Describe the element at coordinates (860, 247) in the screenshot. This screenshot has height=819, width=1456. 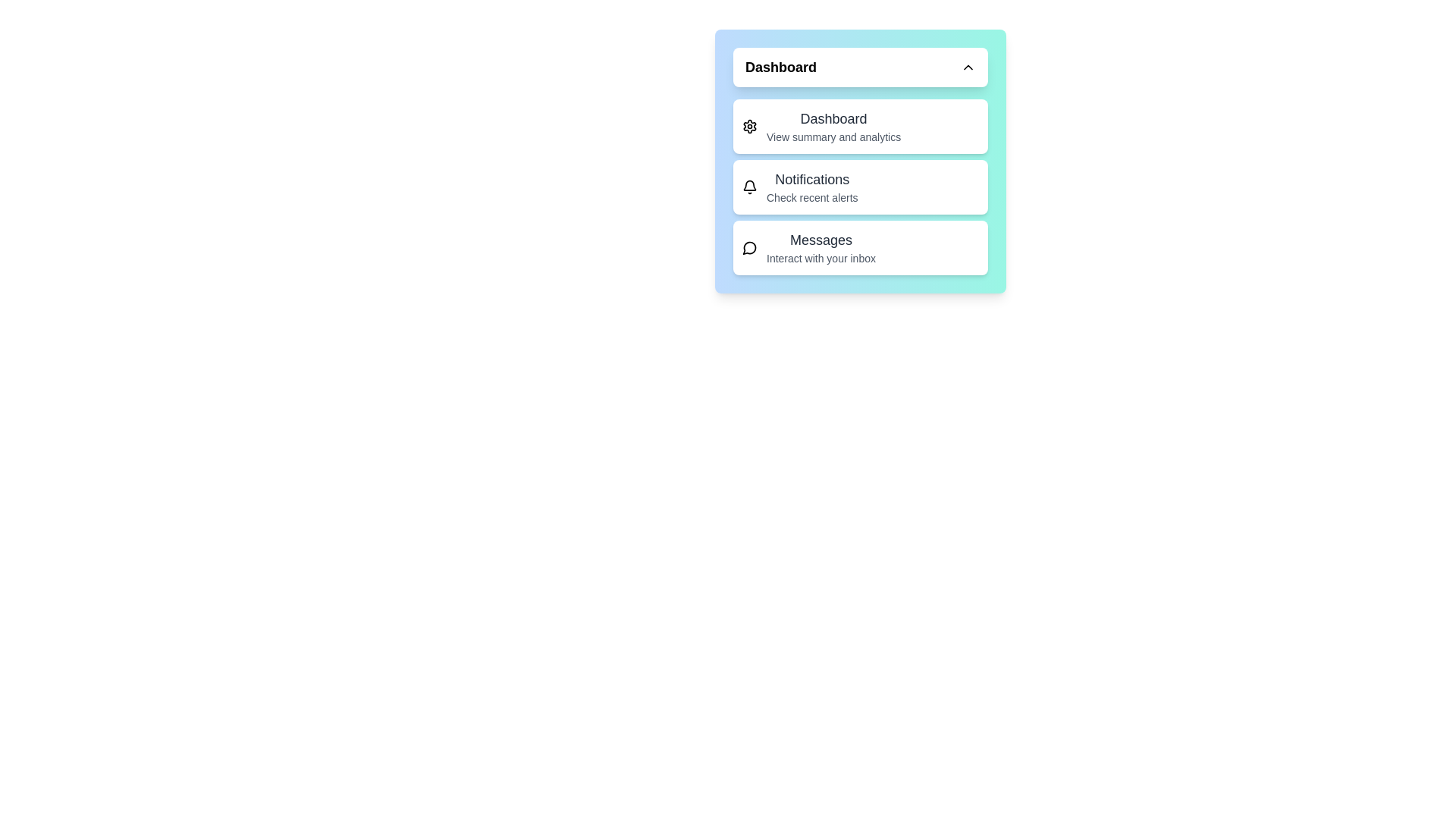
I see `the menu item Messages by clicking on it` at that location.